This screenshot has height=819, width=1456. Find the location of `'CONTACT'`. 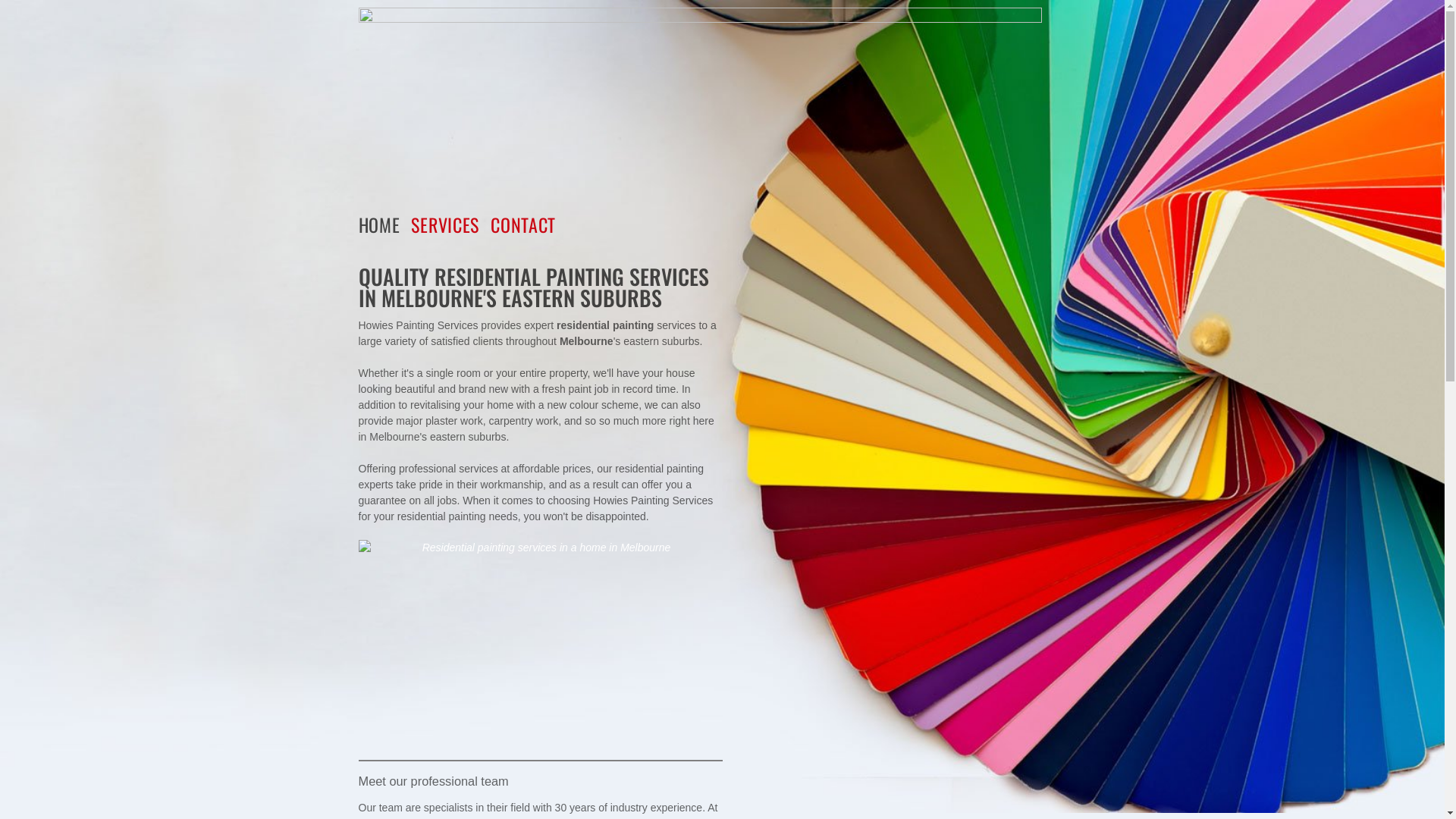

'CONTACT' is located at coordinates (529, 224).